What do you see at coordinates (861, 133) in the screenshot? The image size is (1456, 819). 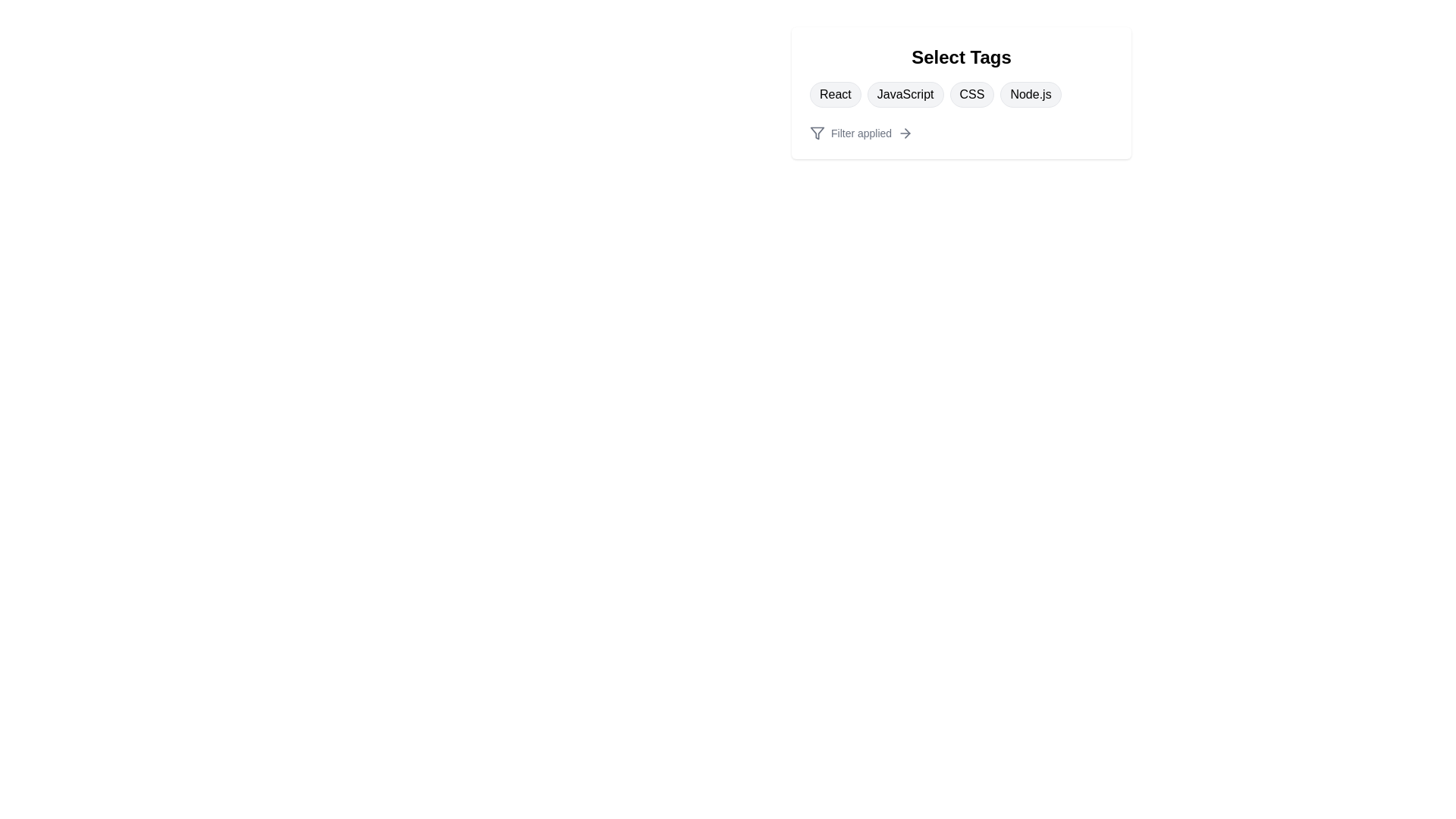 I see `the 'Filter applied' label, which is a small gray text indicating a status, located between a filter icon and an arrow icon` at bounding box center [861, 133].